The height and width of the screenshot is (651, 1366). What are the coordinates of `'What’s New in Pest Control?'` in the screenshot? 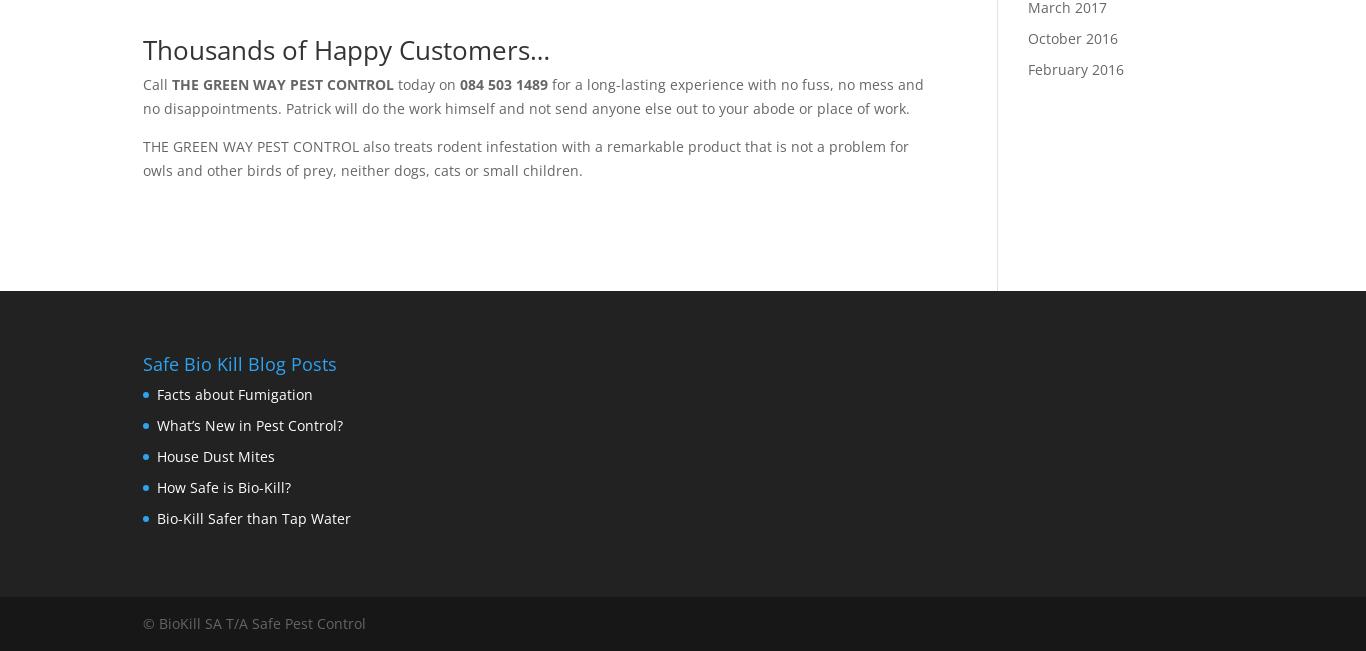 It's located at (249, 425).